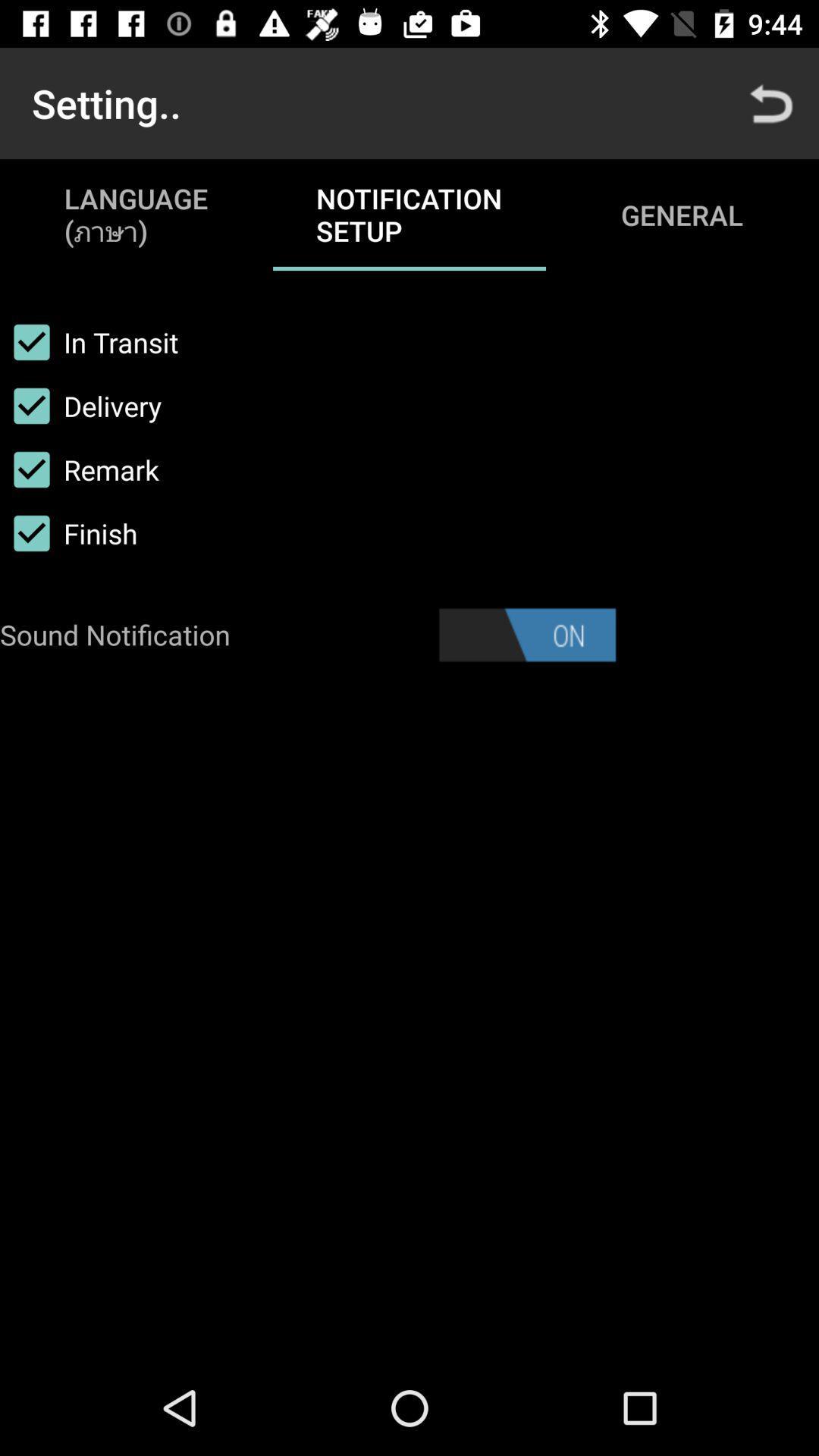 Image resolution: width=819 pixels, height=1456 pixels. What do you see at coordinates (79, 469) in the screenshot?
I see `icon below the delivery icon` at bounding box center [79, 469].